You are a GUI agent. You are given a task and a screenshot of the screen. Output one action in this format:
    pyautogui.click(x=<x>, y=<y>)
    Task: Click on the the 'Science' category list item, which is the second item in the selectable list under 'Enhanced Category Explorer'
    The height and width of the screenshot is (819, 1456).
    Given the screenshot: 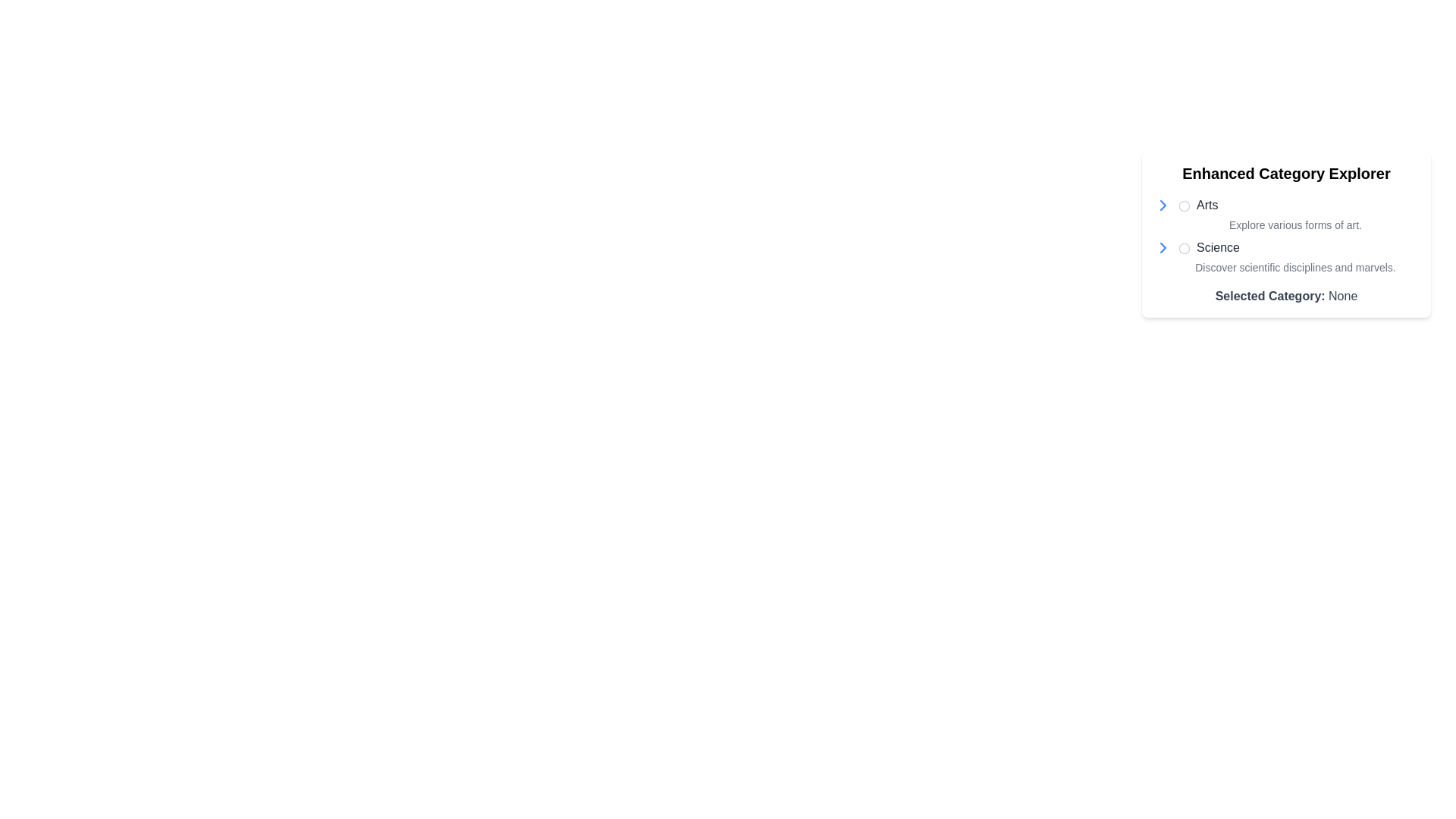 What is the action you would take?
    pyautogui.click(x=1285, y=256)
    